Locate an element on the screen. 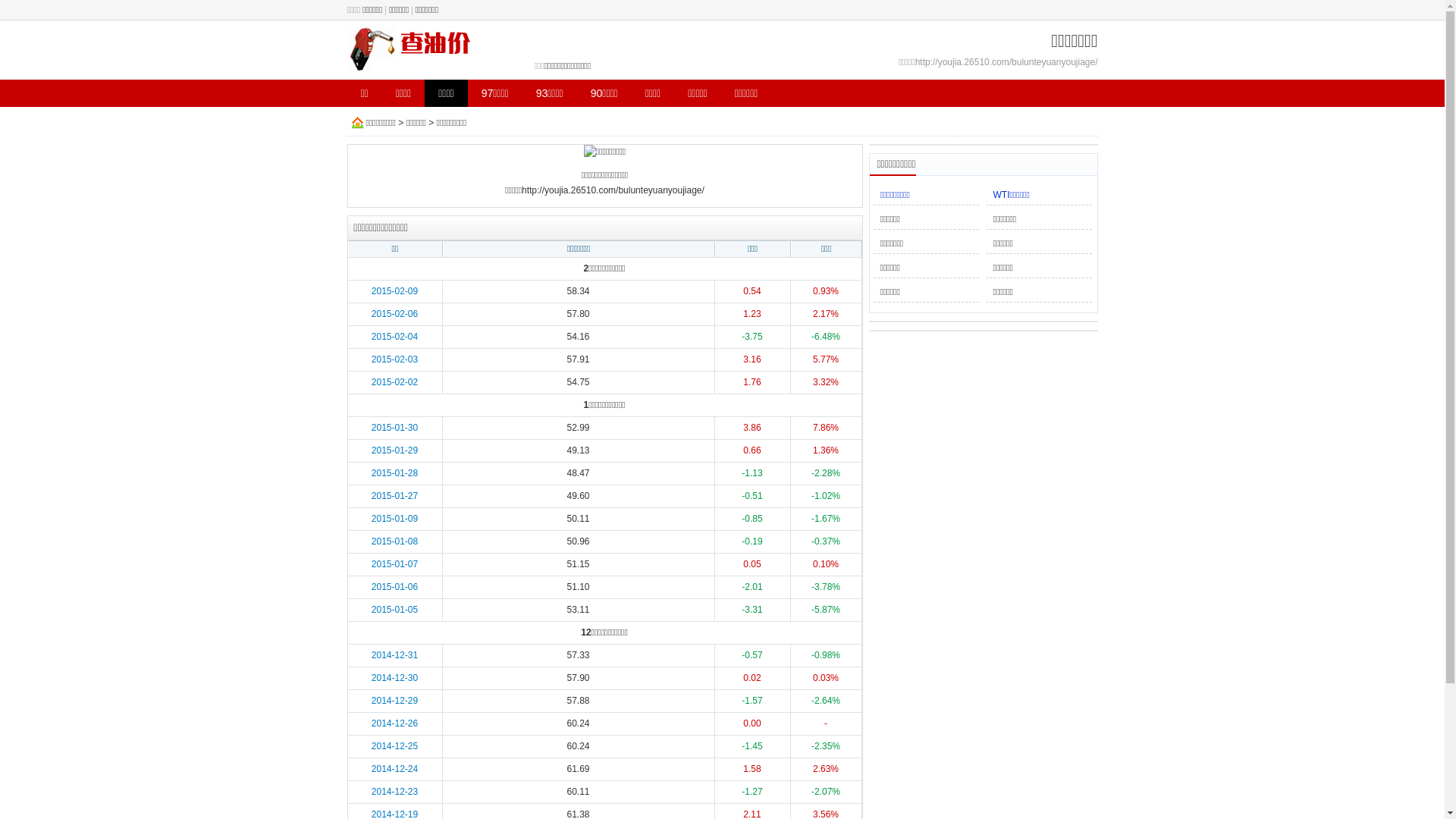 This screenshot has height=819, width=1456. '2015-01-30' is located at coordinates (371, 427).